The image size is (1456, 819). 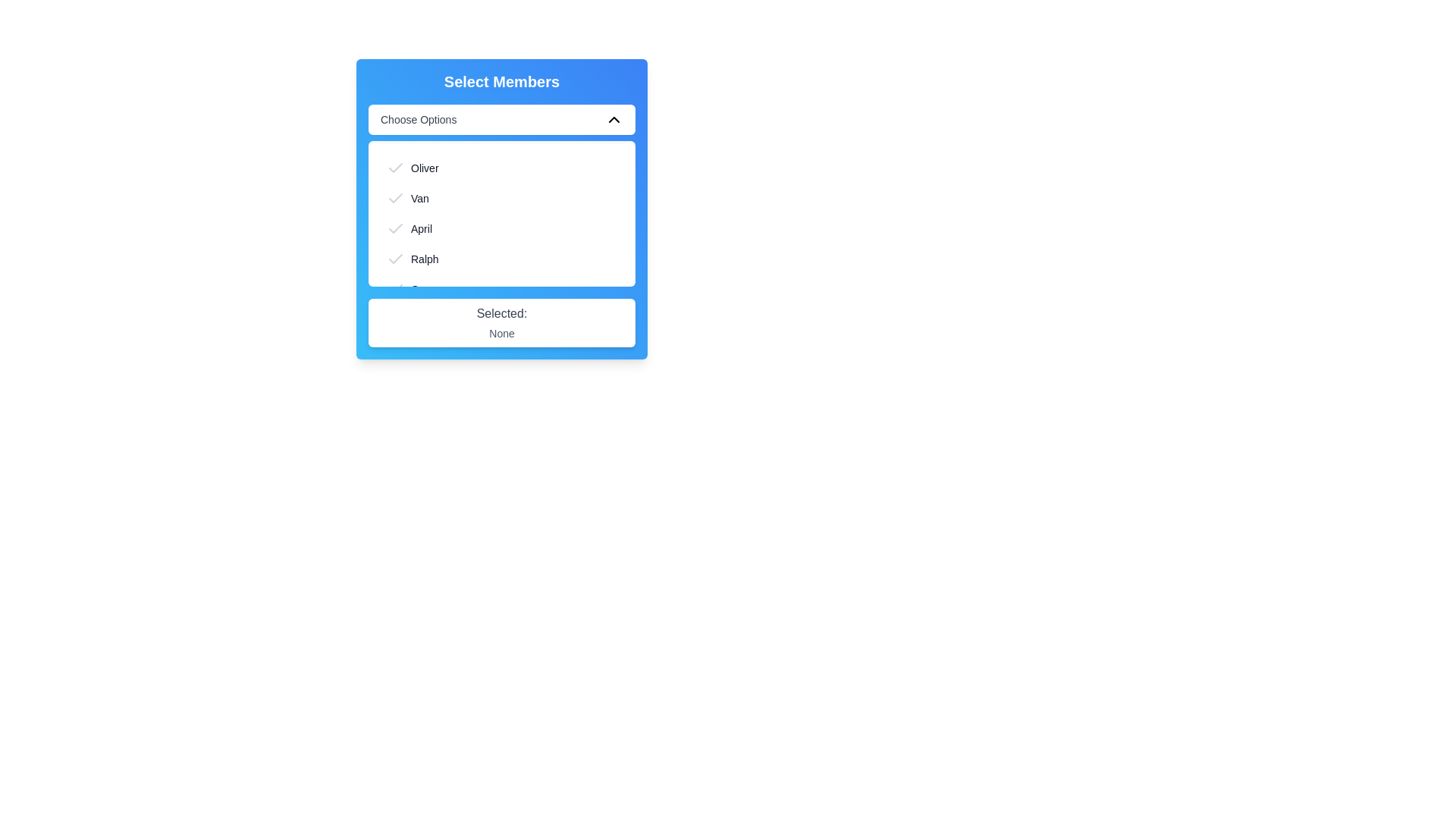 I want to click on the small checkmark icon located at the bottom-center of the 'Select Members' dialog box, beneath the 'Selected: None' label, so click(x=396, y=350).